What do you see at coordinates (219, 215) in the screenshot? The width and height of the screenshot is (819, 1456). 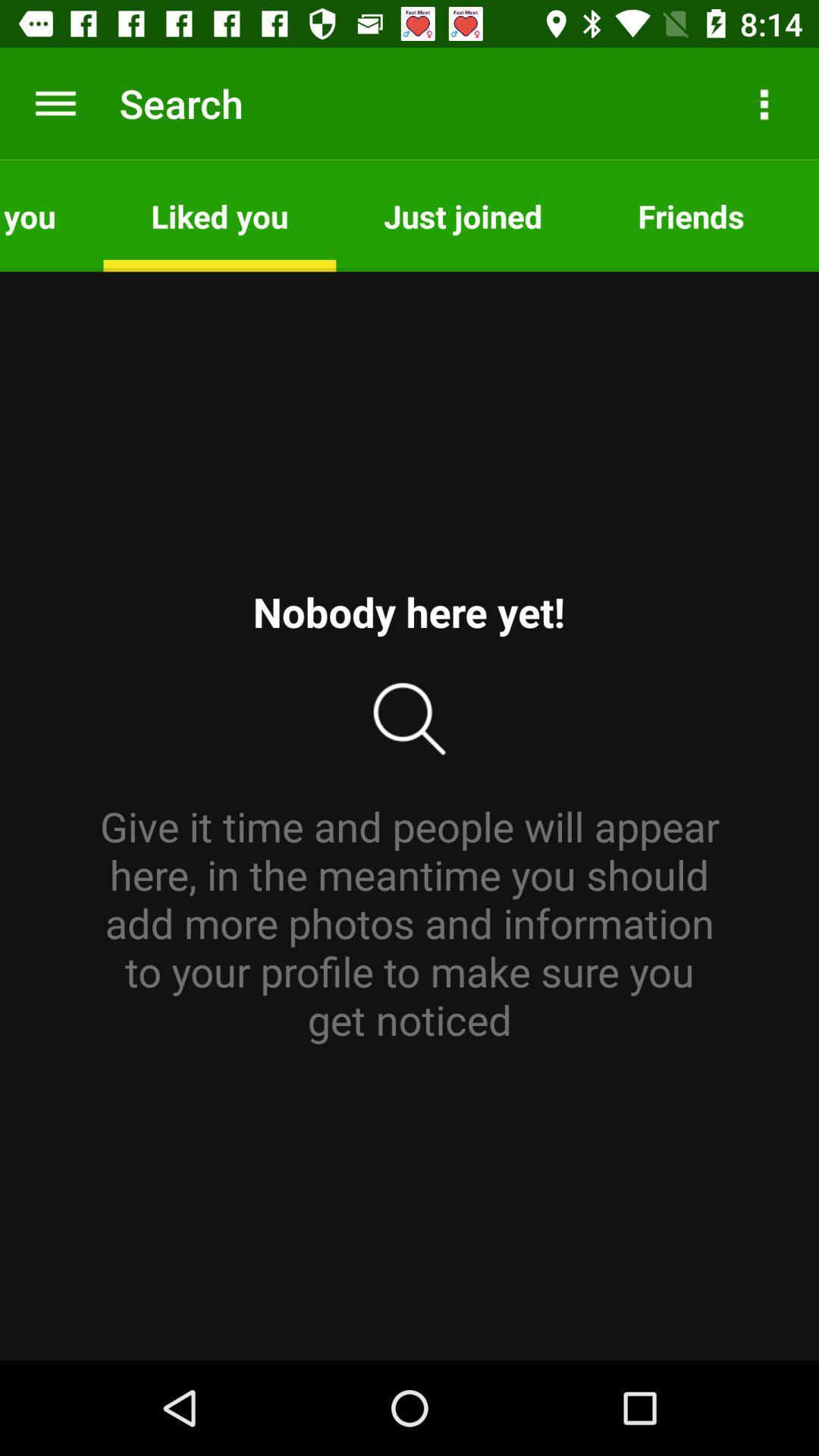 I see `liked you` at bounding box center [219, 215].